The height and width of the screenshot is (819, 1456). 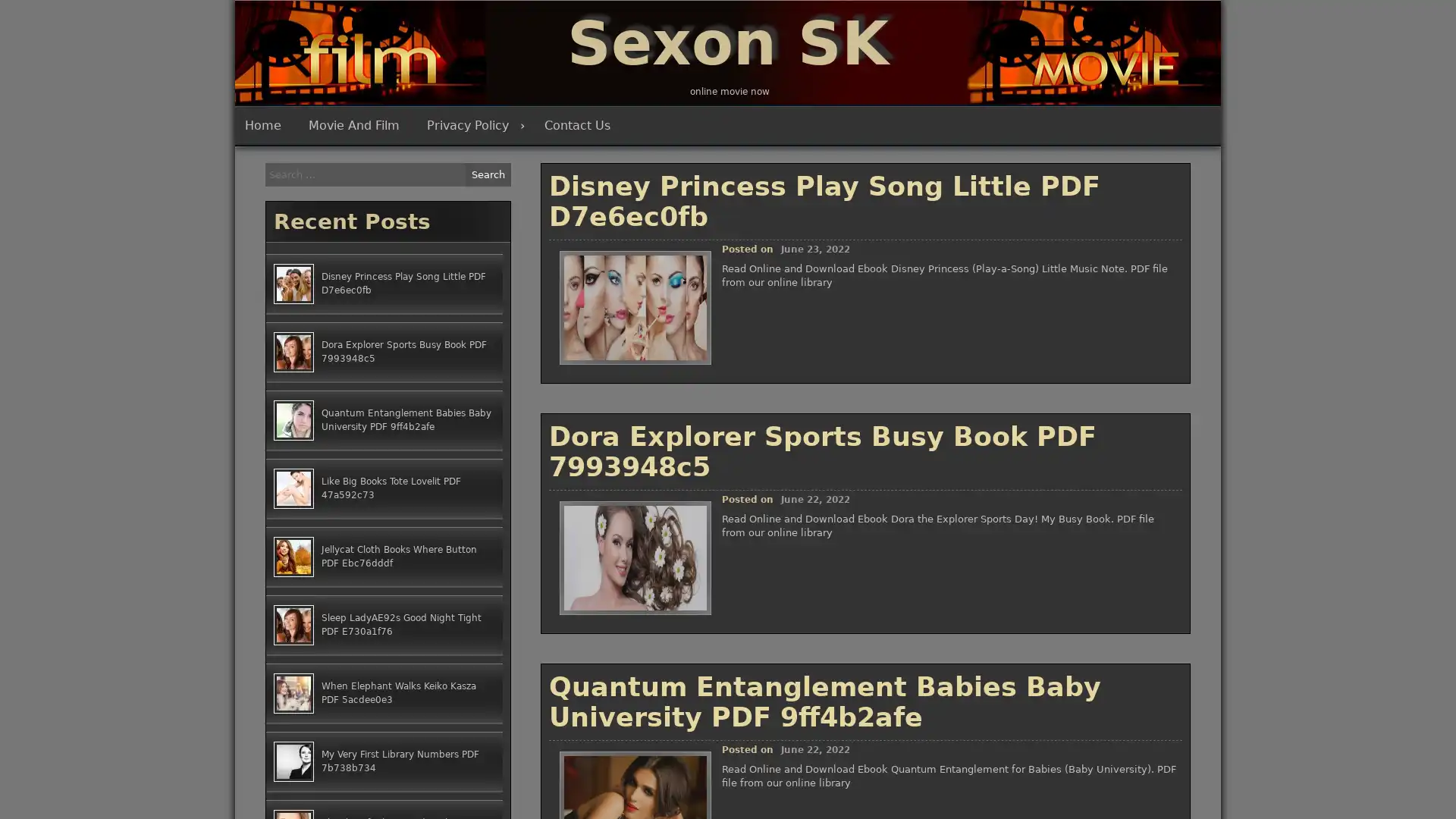 What do you see at coordinates (488, 174) in the screenshot?
I see `Search` at bounding box center [488, 174].